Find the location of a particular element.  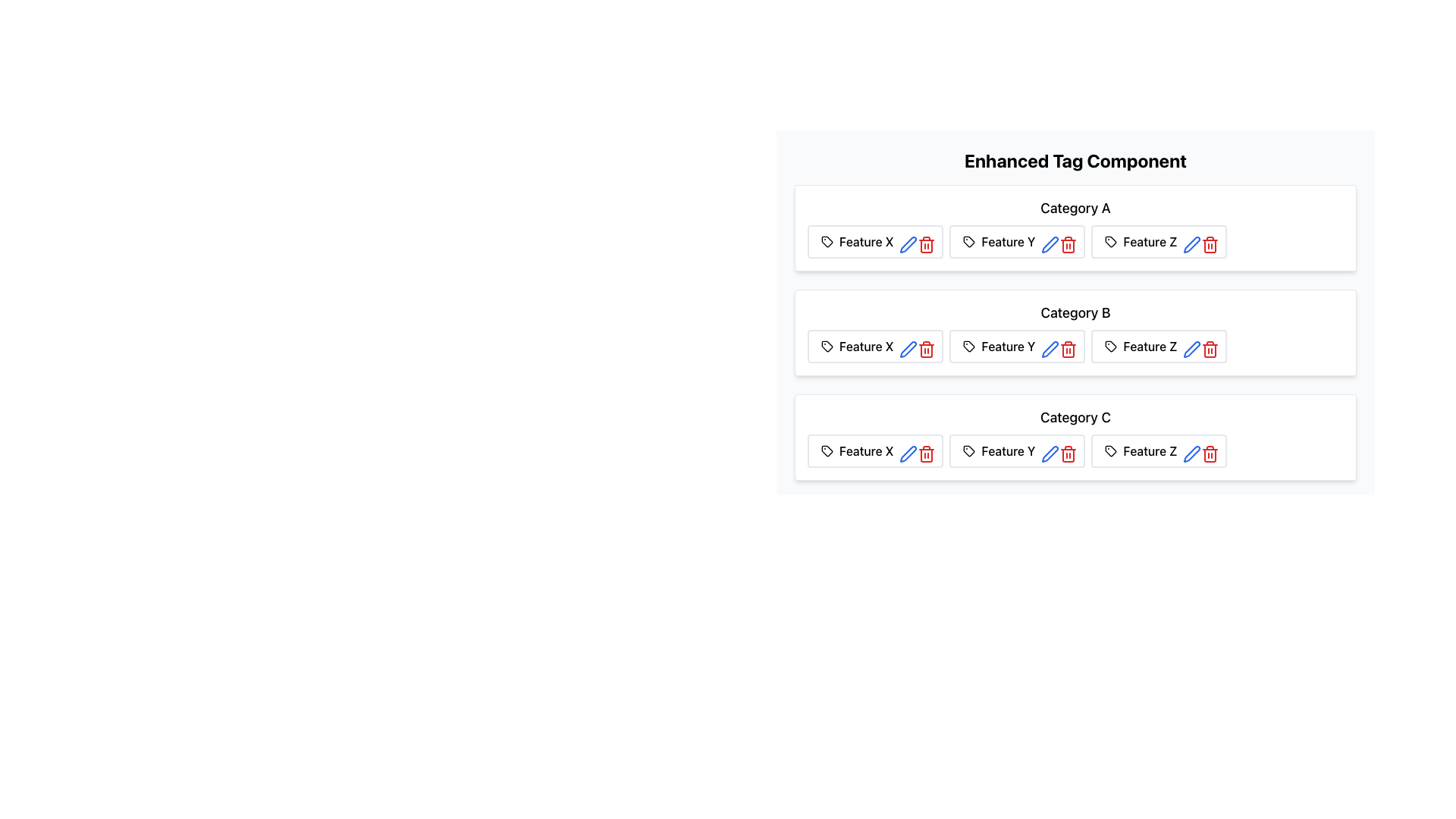

the static text label representing 'Feature Y', located in the second row under 'Category B', between 'Feature X' and interactive icons is located at coordinates (1008, 346).